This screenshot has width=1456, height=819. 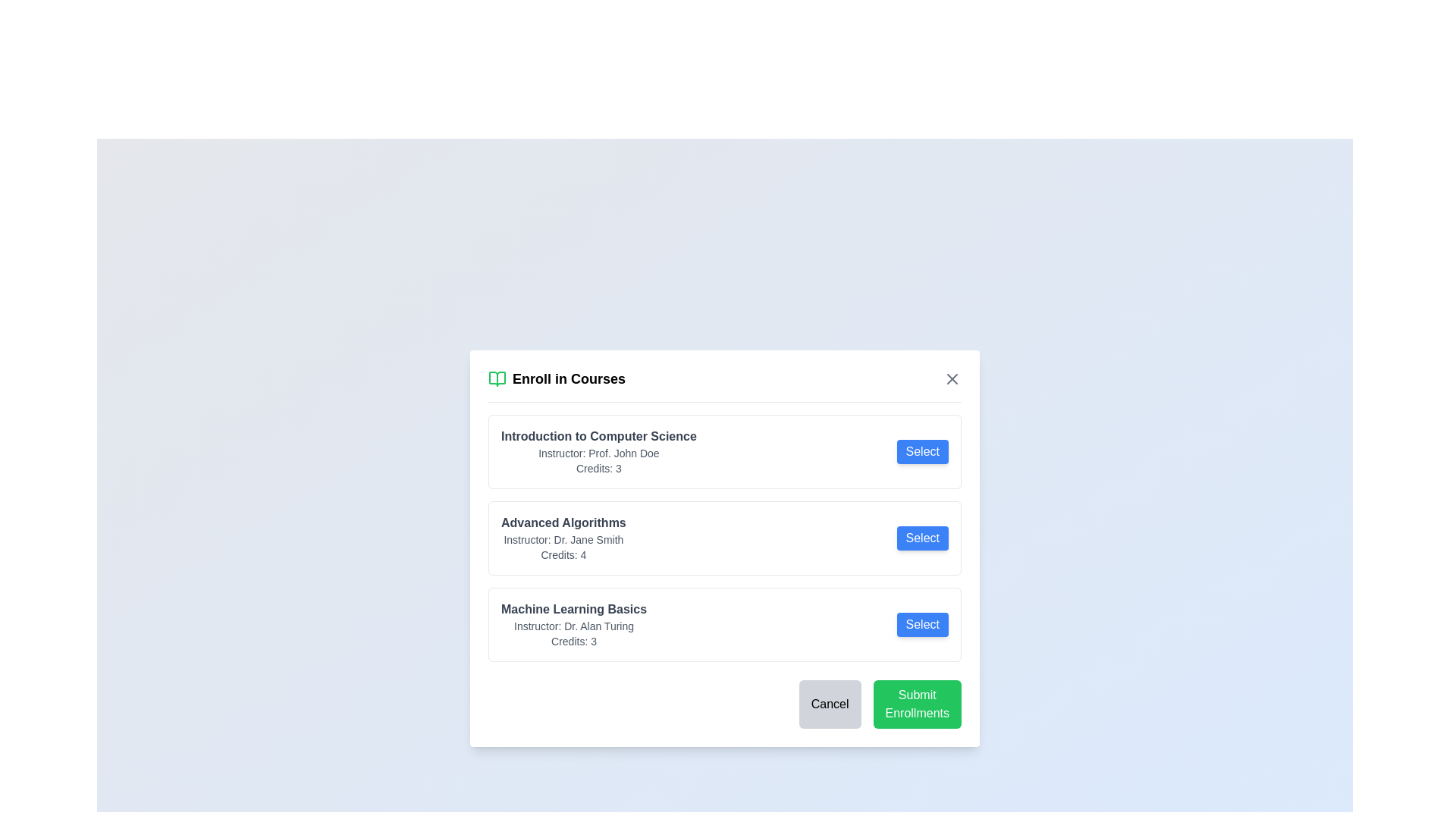 I want to click on the static text displaying the number of credits for the course 'Introduction to Computer Science', located at the bottom of the course card below the instructor's information, so click(x=598, y=467).